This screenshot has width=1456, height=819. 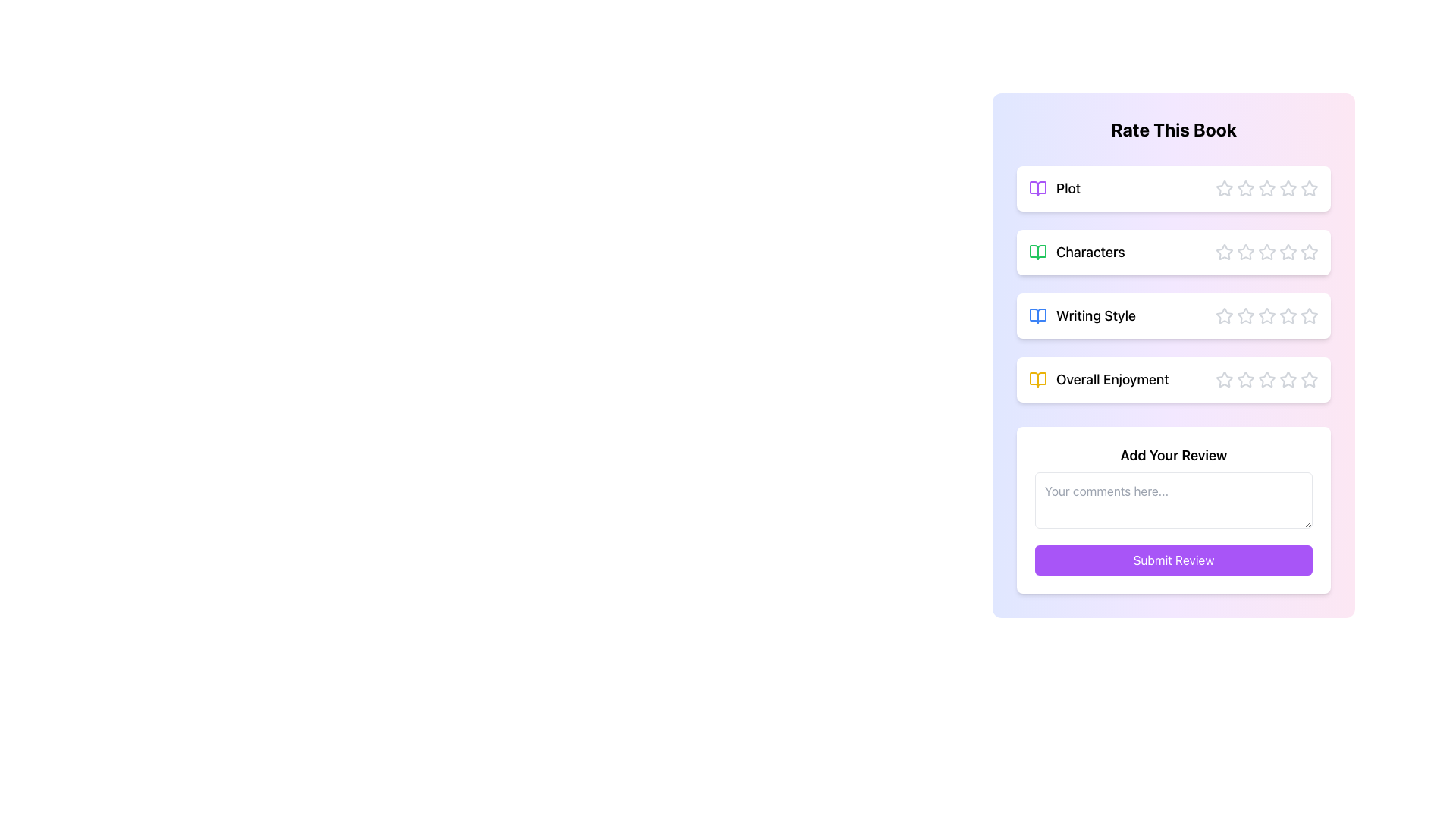 I want to click on the 'Writing Style' label in the 'Rate This Book' section, which is the third item in a vertical list of ratings, so click(x=1081, y=315).